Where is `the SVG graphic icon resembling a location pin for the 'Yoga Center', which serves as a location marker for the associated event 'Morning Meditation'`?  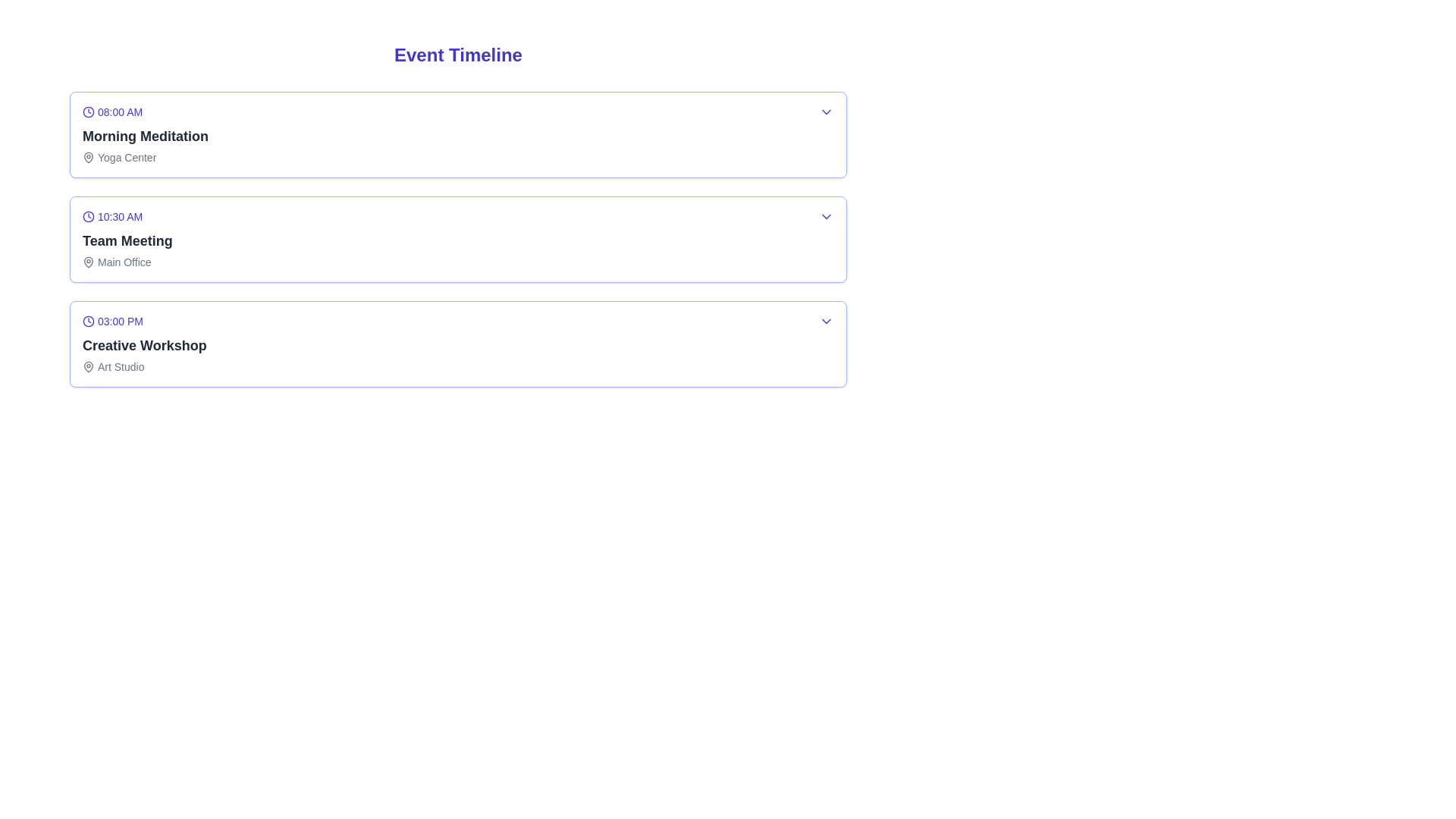 the SVG graphic icon resembling a location pin for the 'Yoga Center', which serves as a location marker for the associated event 'Morning Meditation' is located at coordinates (87, 157).